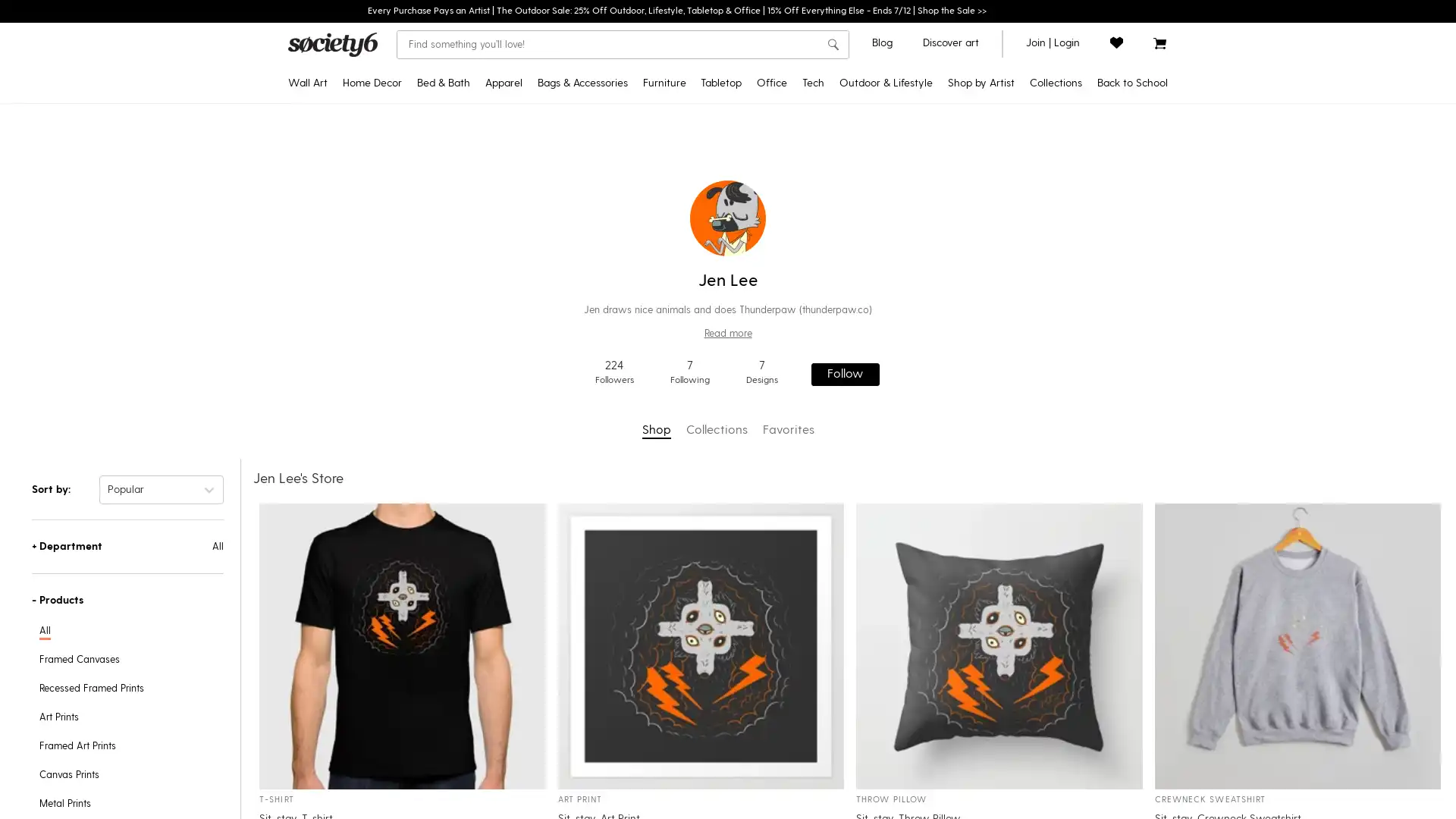  What do you see at coordinates (907, 366) in the screenshot?
I see `Picnic Blankets` at bounding box center [907, 366].